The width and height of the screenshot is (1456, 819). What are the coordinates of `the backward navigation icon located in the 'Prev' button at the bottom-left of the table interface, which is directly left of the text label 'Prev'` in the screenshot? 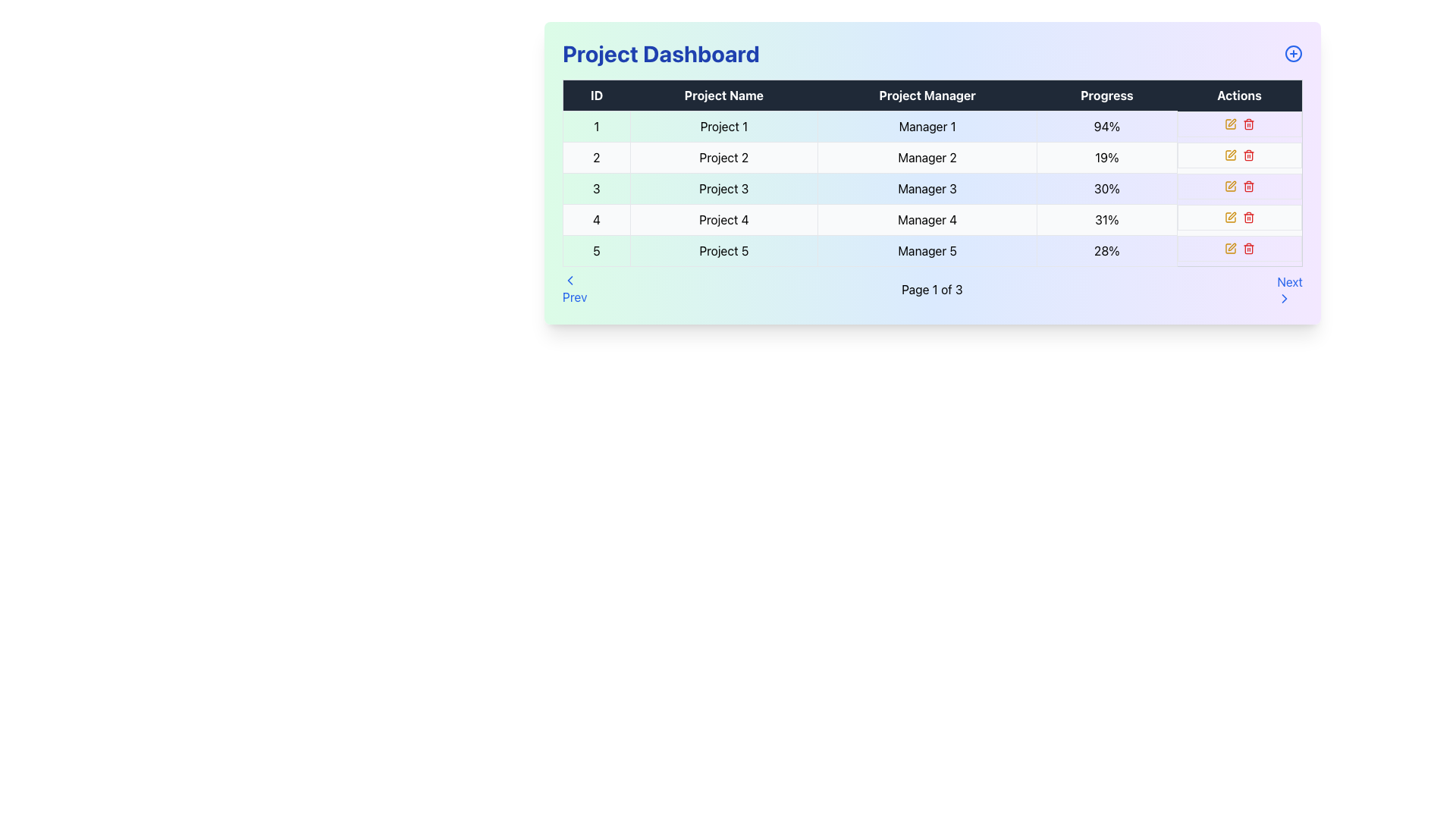 It's located at (570, 281).